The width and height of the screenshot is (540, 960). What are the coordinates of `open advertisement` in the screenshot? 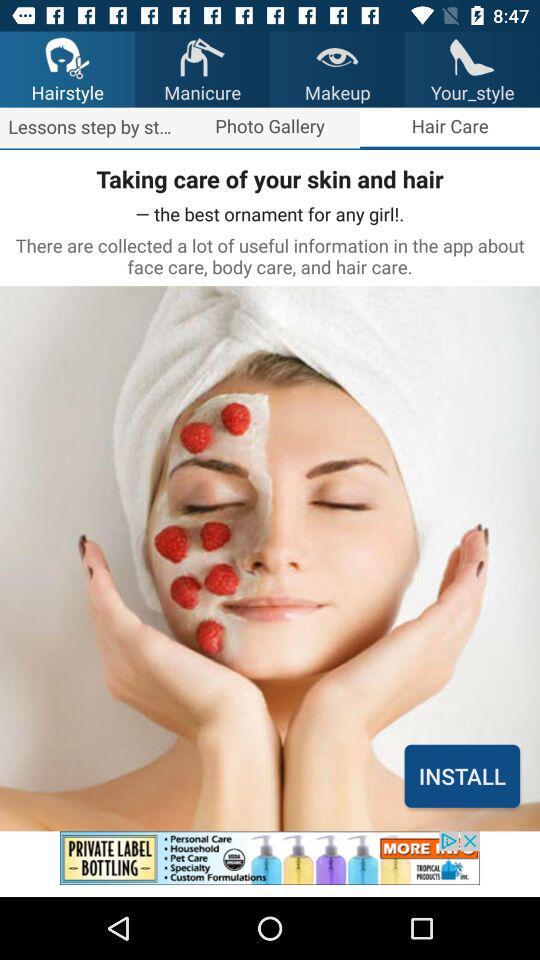 It's located at (270, 863).